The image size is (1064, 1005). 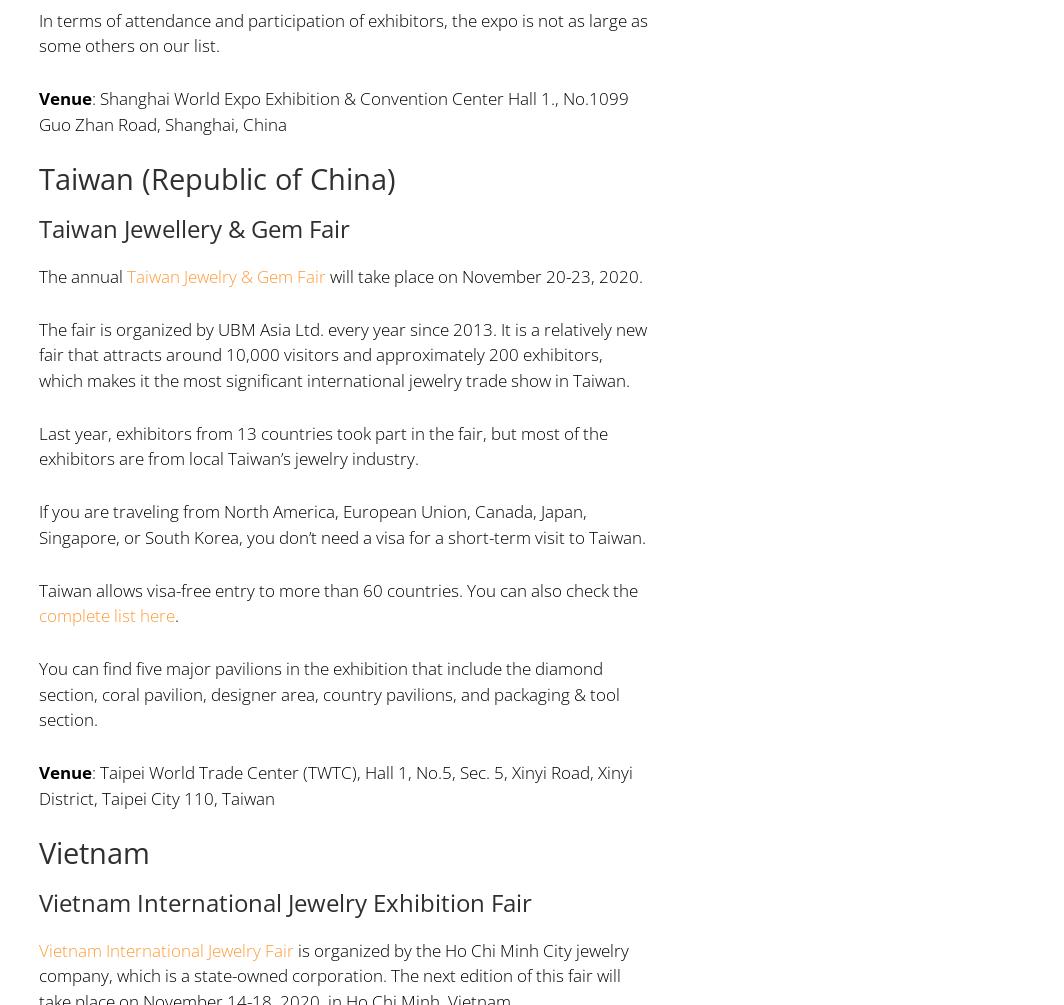 I want to click on 'Taiwan allows visa-free entry to more than 60 countries. You can also check the', so click(x=37, y=588).